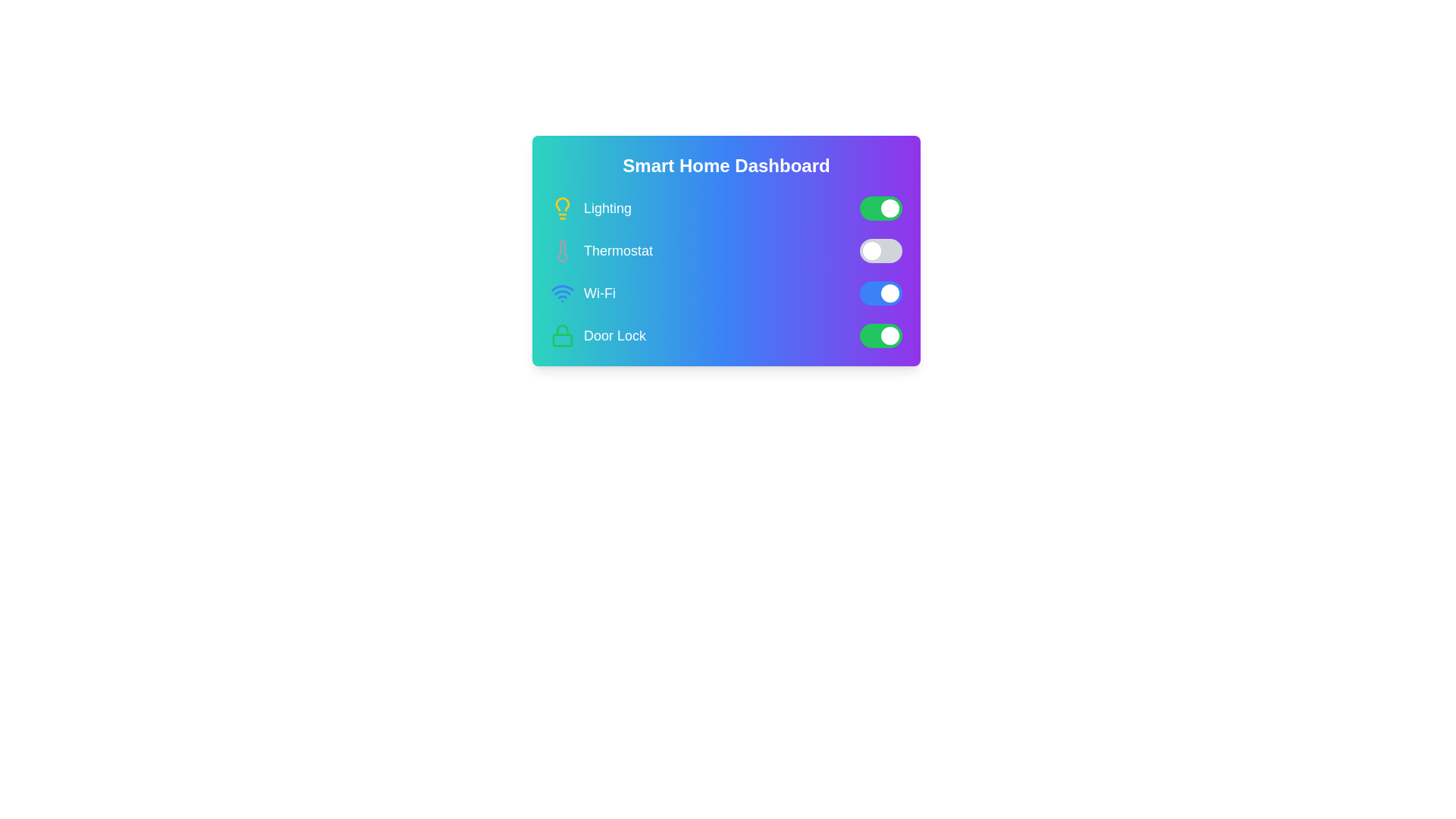 This screenshot has width=1456, height=819. I want to click on the 'Thermostat' icon located in the 'Smart Home Dashboard', positioned to the left of the text 'Thermostat' and above the toggle switch, so click(562, 250).